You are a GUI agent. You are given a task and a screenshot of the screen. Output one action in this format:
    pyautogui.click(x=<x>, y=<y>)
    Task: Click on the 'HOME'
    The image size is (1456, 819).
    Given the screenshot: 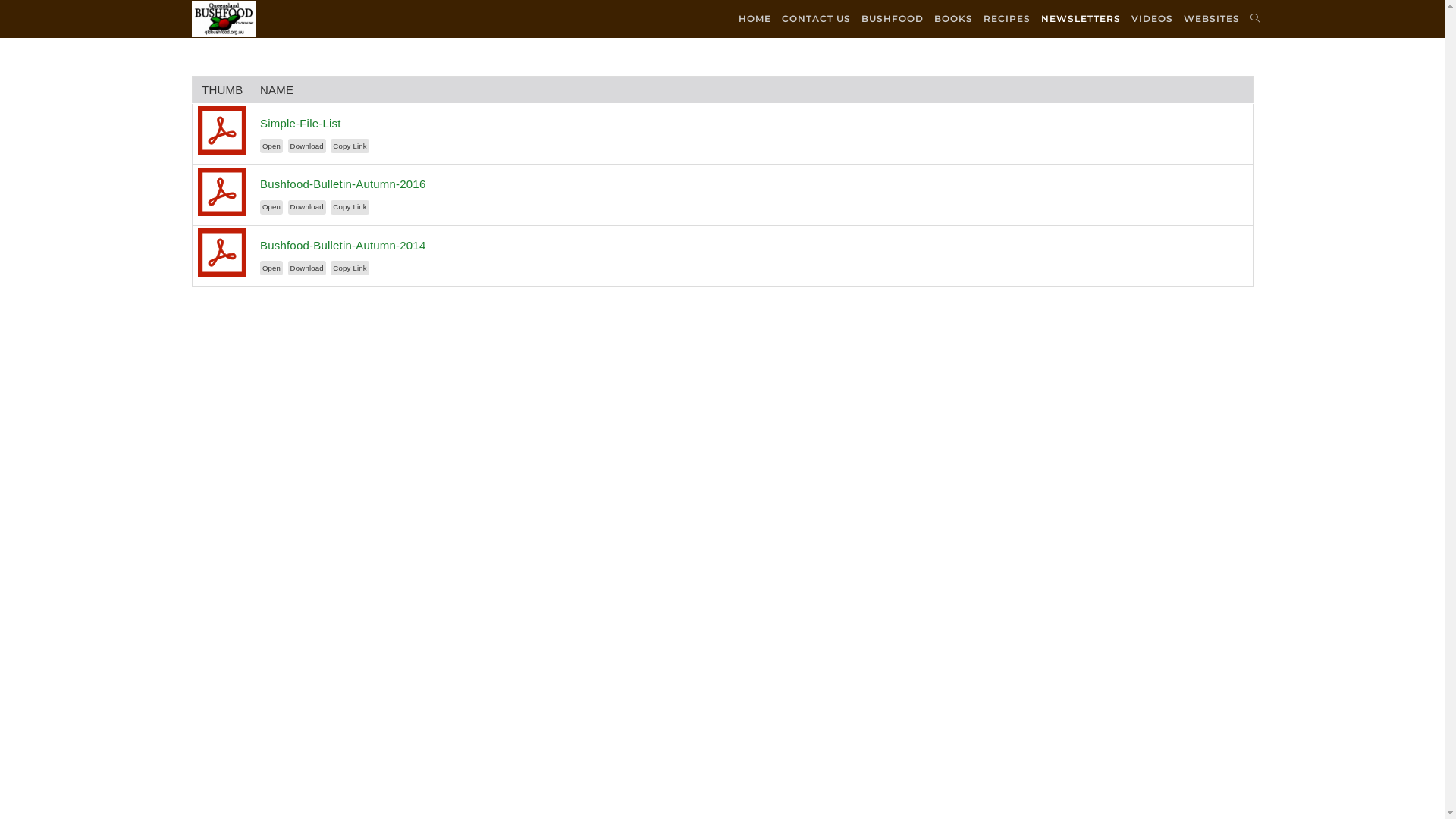 What is the action you would take?
    pyautogui.click(x=754, y=18)
    